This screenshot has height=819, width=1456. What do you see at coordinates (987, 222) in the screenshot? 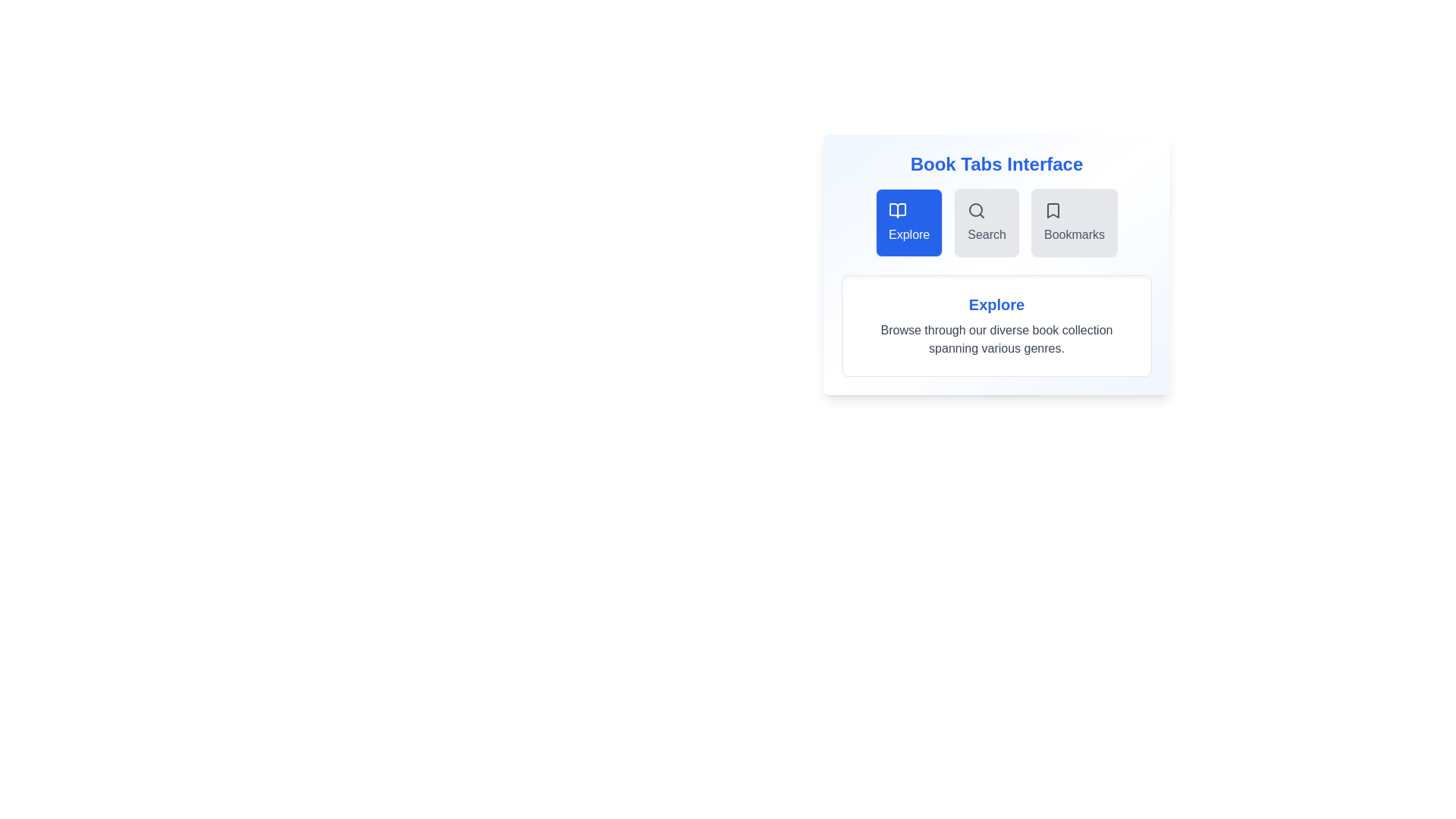
I see `the tab labeled Search` at bounding box center [987, 222].